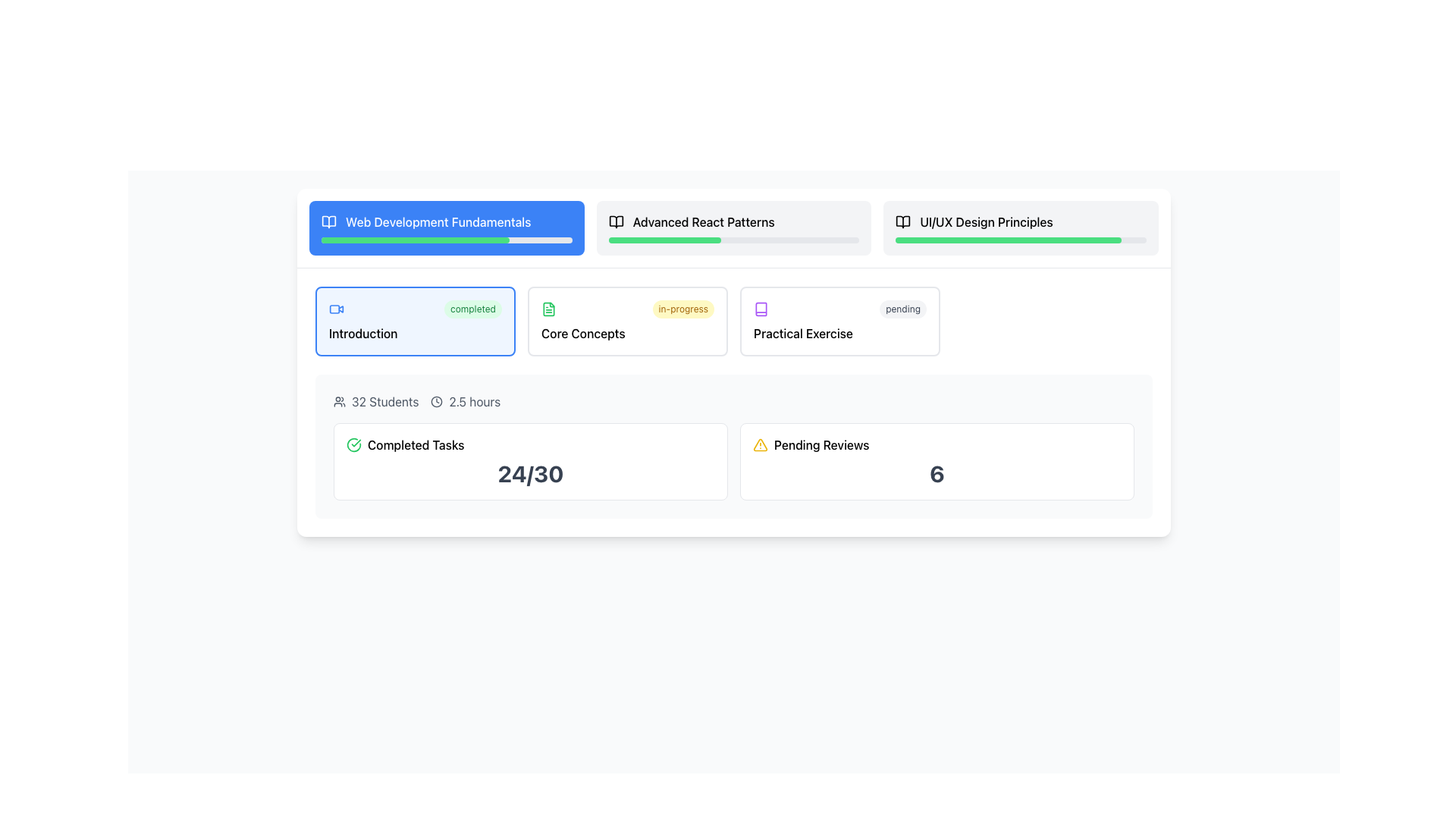 This screenshot has height=819, width=1456. I want to click on the text label displaying 'Web Development Fundamentals' on a blue background, located in the top left section of the interface, following a book icon, so click(438, 222).